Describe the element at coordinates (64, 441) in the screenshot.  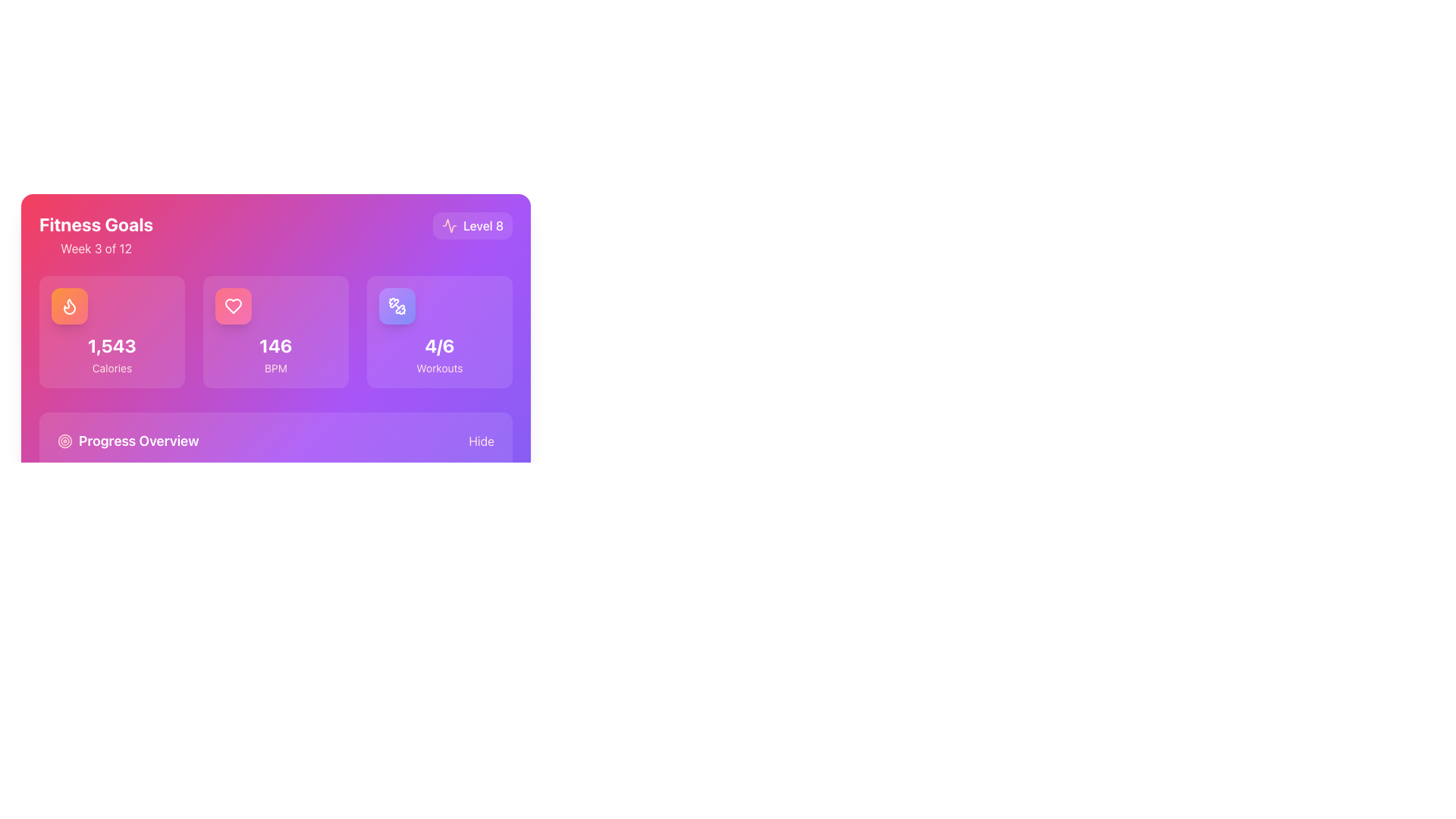
I see `the circular icon, which is the outermost circle of a target icon located in the bottom left area of the main card layout, adjacent to the 'Progress Overview' text label` at that location.